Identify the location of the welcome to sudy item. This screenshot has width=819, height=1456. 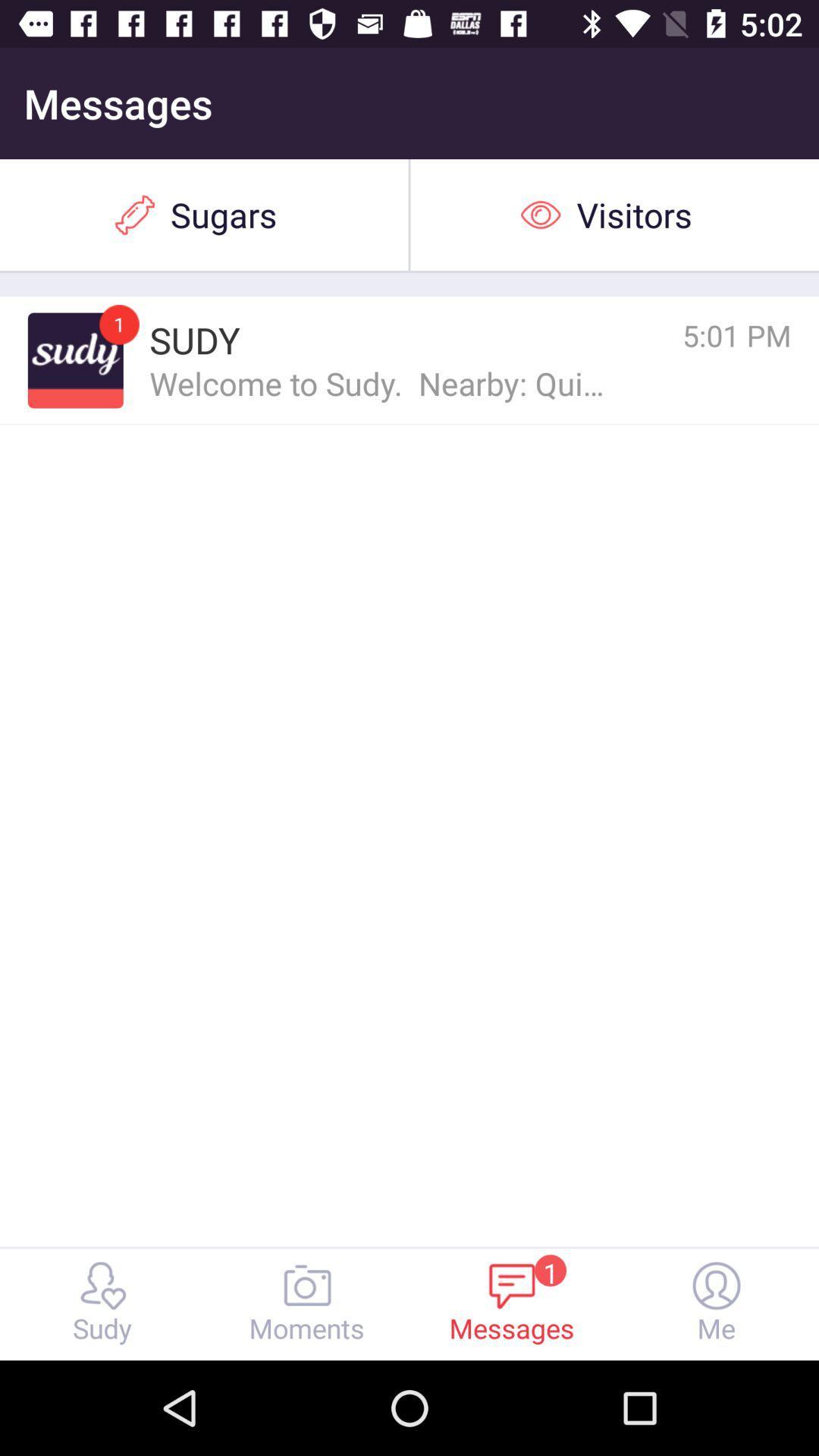
(378, 382).